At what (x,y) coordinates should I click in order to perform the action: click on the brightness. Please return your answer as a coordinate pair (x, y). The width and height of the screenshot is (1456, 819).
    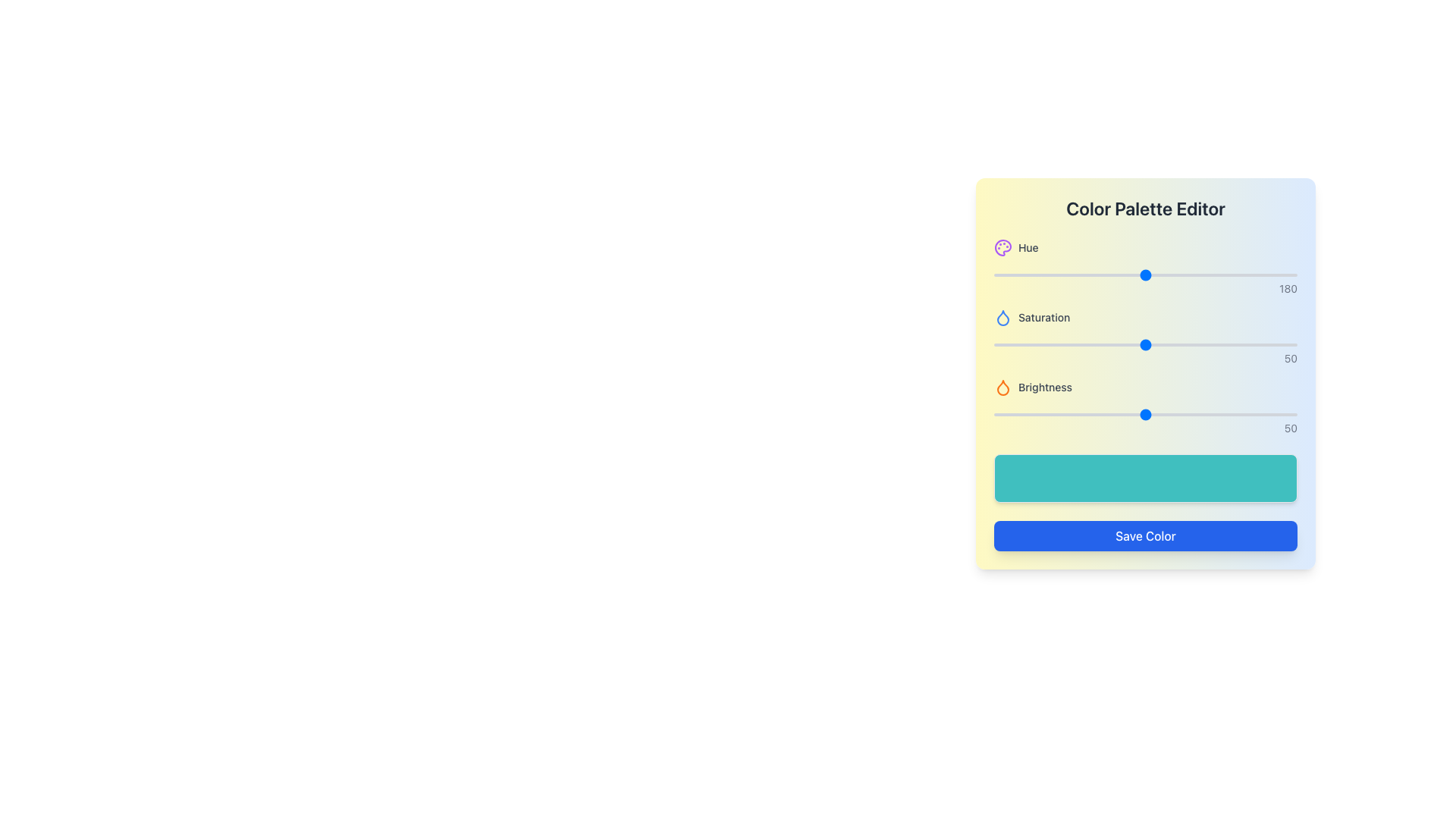
    Looking at the image, I should click on (1131, 415).